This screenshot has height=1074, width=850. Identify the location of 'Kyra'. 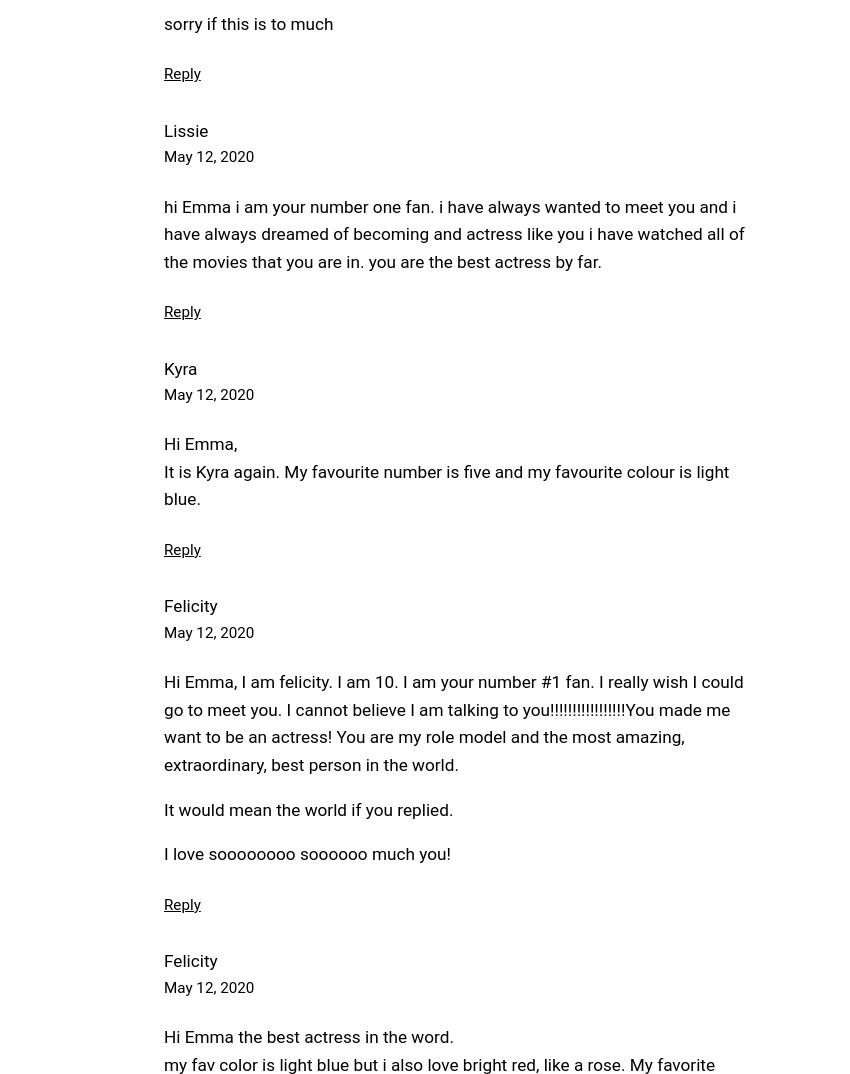
(163, 366).